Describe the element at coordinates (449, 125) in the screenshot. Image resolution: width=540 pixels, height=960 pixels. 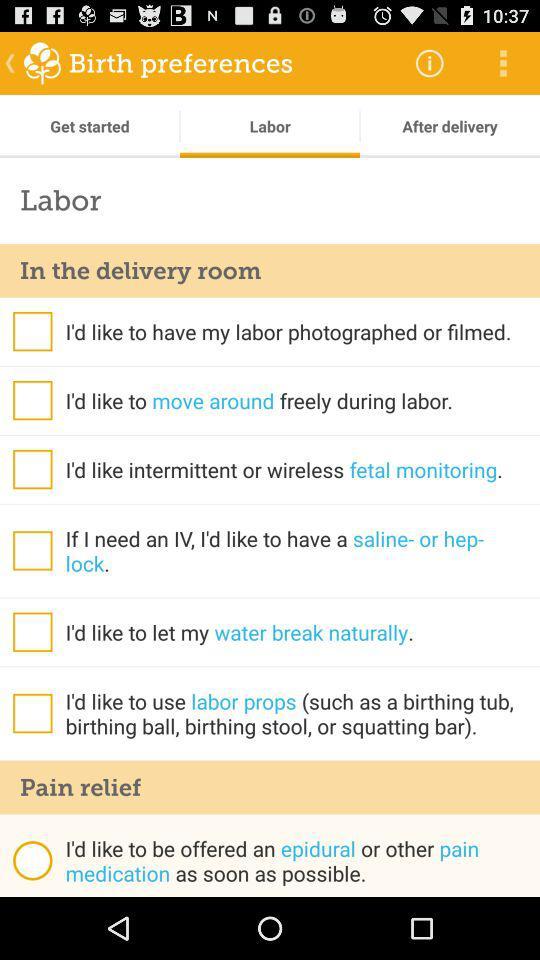
I see `the icon above labor` at that location.